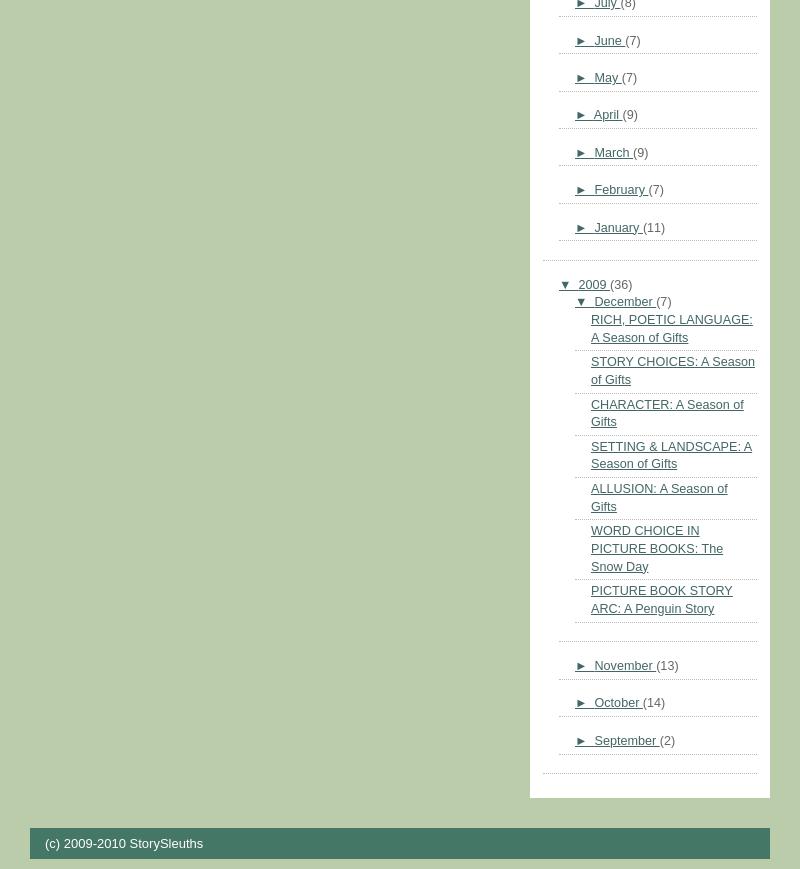  Describe the element at coordinates (613, 150) in the screenshot. I see `'March'` at that location.